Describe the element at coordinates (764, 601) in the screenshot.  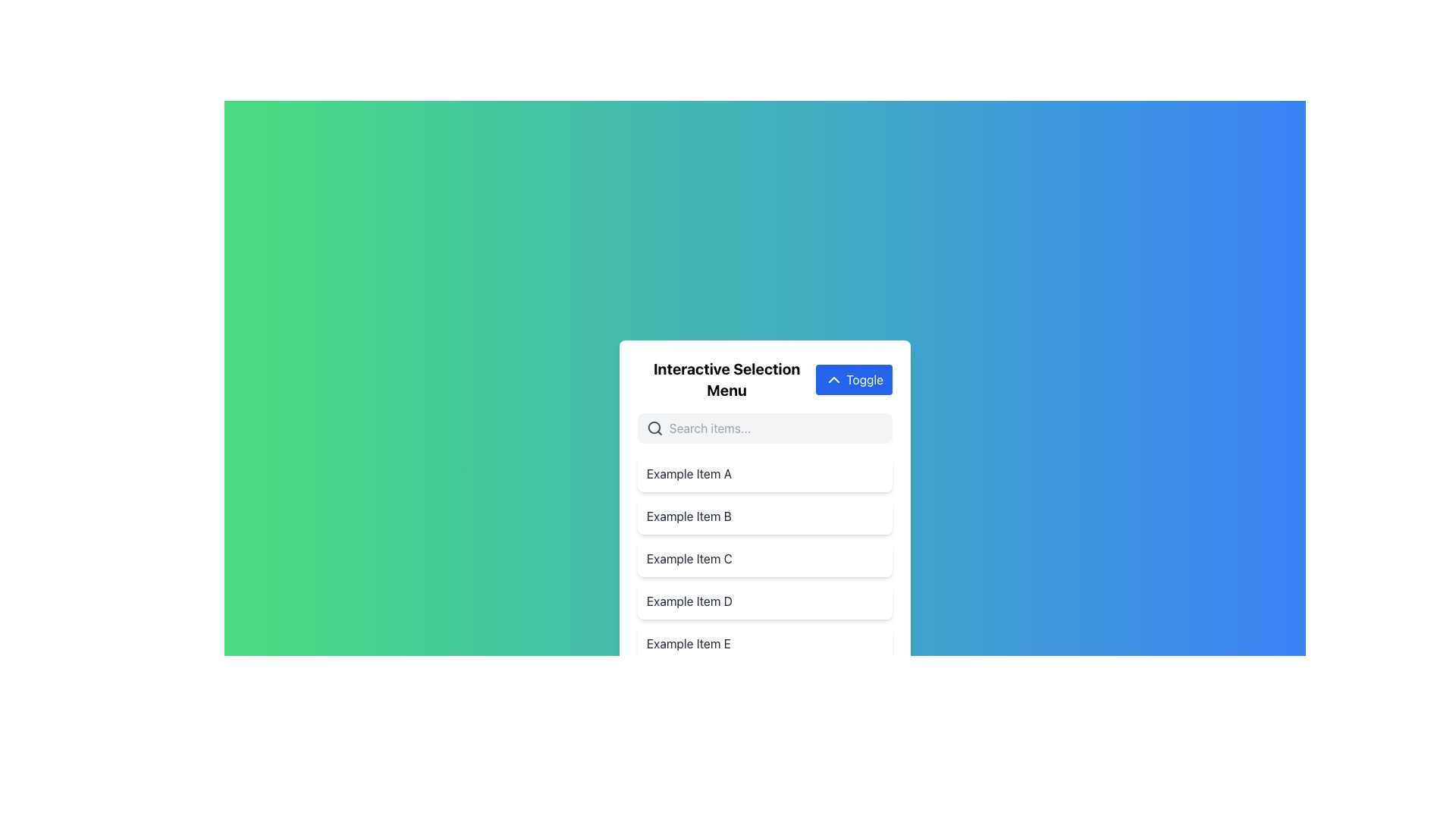
I see `the fourth item in the selectable list under the 'Interactive Selection Menu', positioned between 'Example Item C' and 'Example Item E'` at that location.